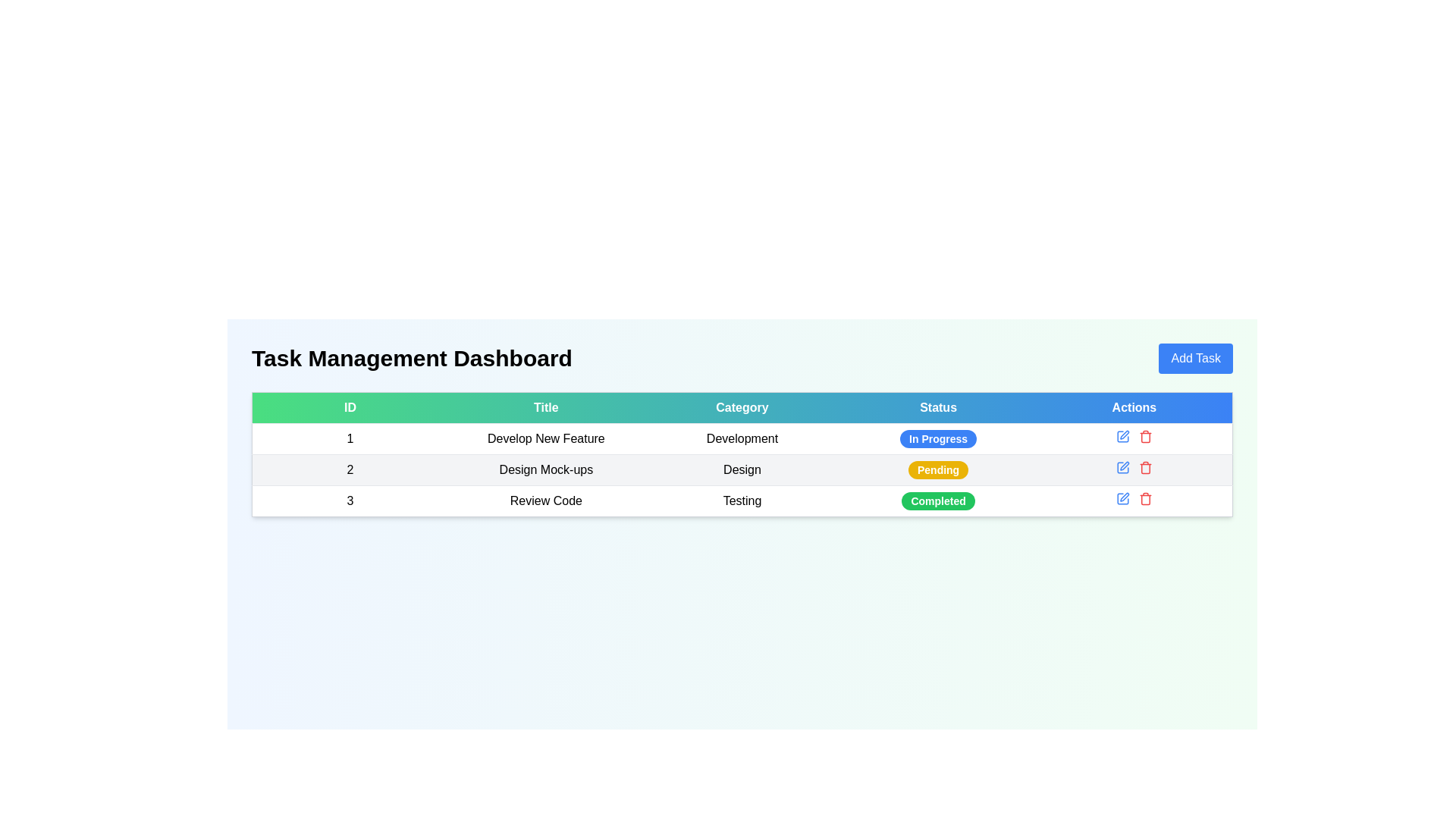 This screenshot has width=1456, height=819. What do you see at coordinates (1195, 359) in the screenshot?
I see `the 'Add Task' button, which is a rectangular button with a blue background and white text located in the top-right corner of the 'Task Management Dashboard'` at bounding box center [1195, 359].